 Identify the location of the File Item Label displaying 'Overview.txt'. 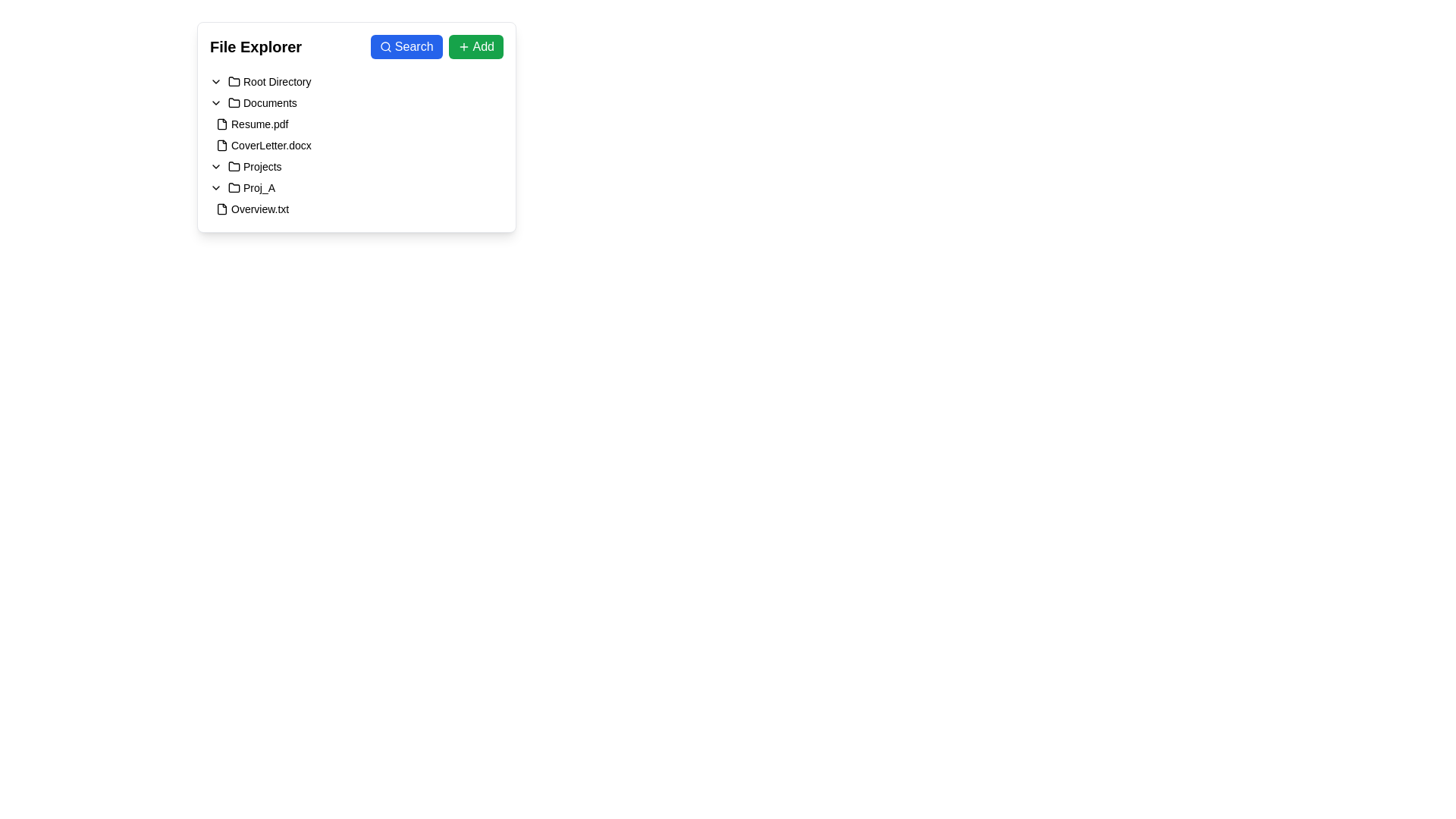
(253, 209).